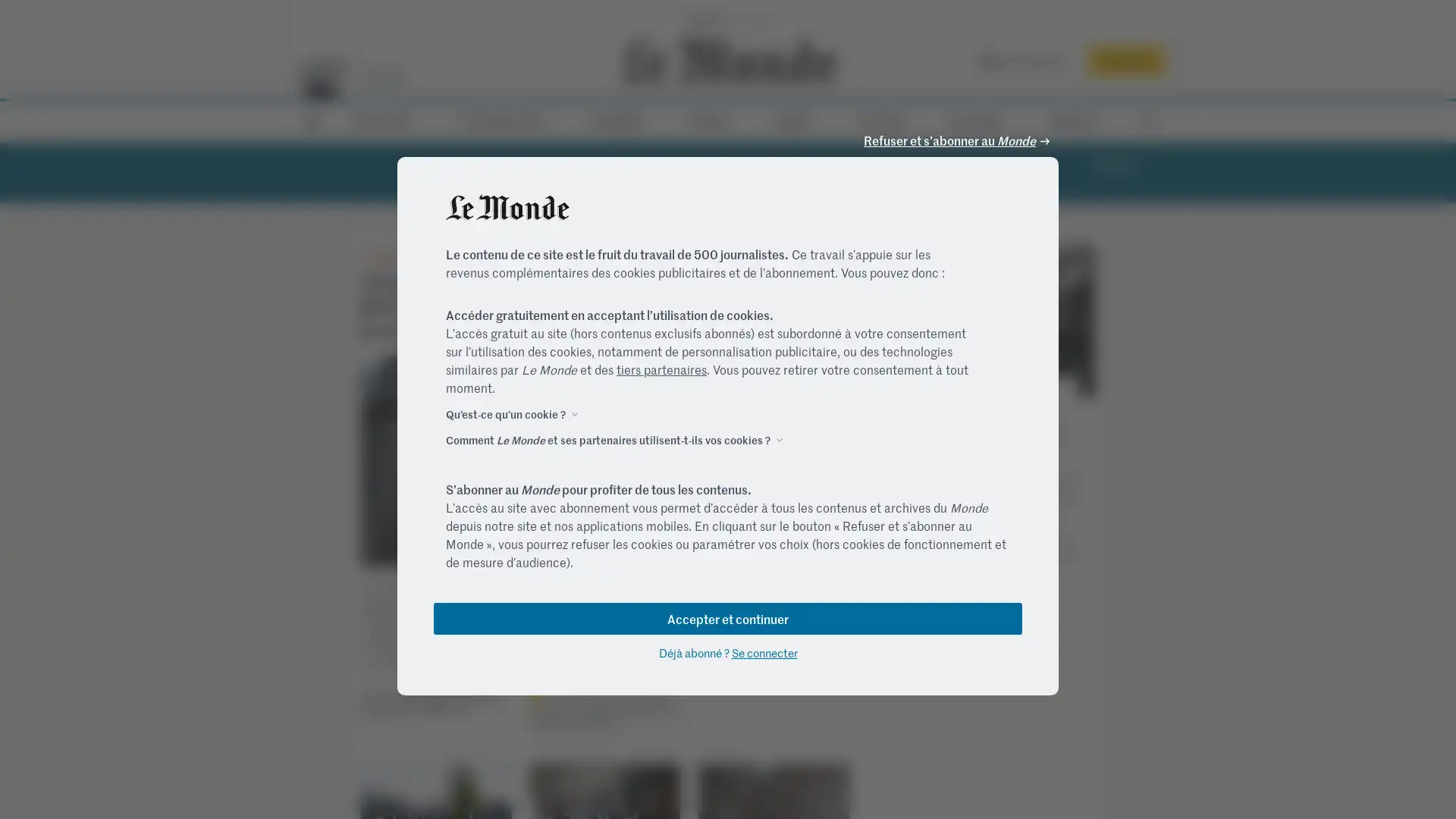 Image resolution: width=1456 pixels, height=819 pixels. Describe the element at coordinates (728, 617) in the screenshot. I see `Accepter et continuer` at that location.